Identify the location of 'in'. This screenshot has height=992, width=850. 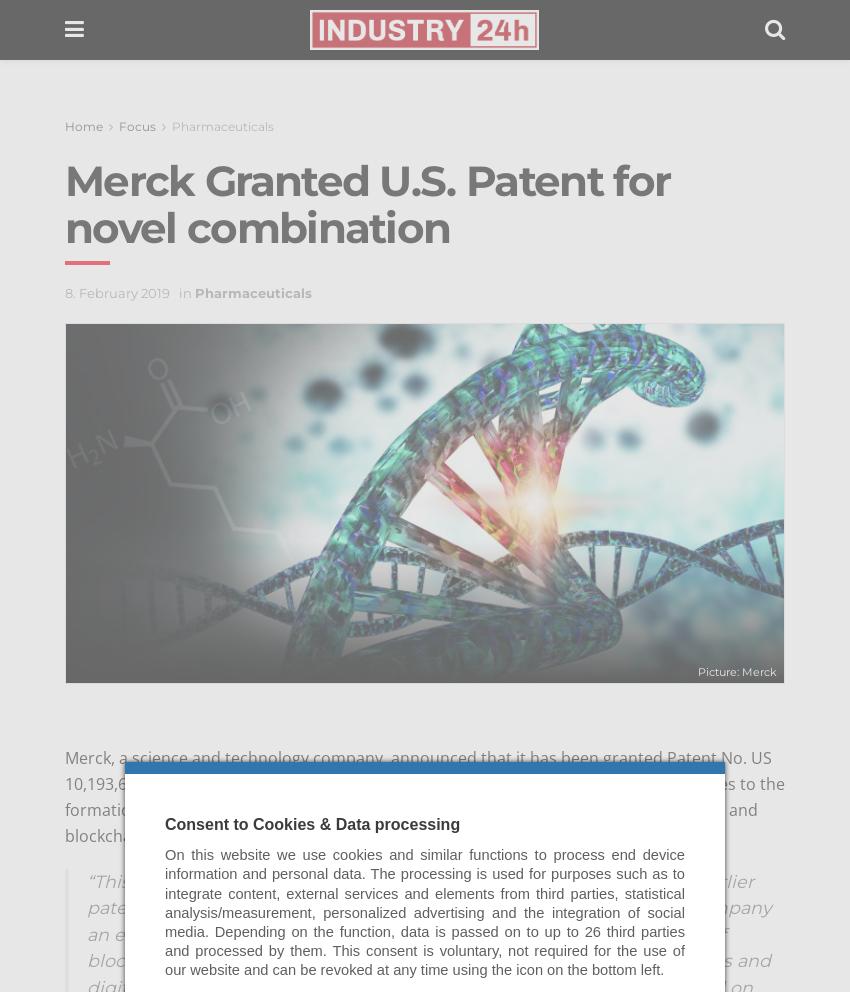
(184, 292).